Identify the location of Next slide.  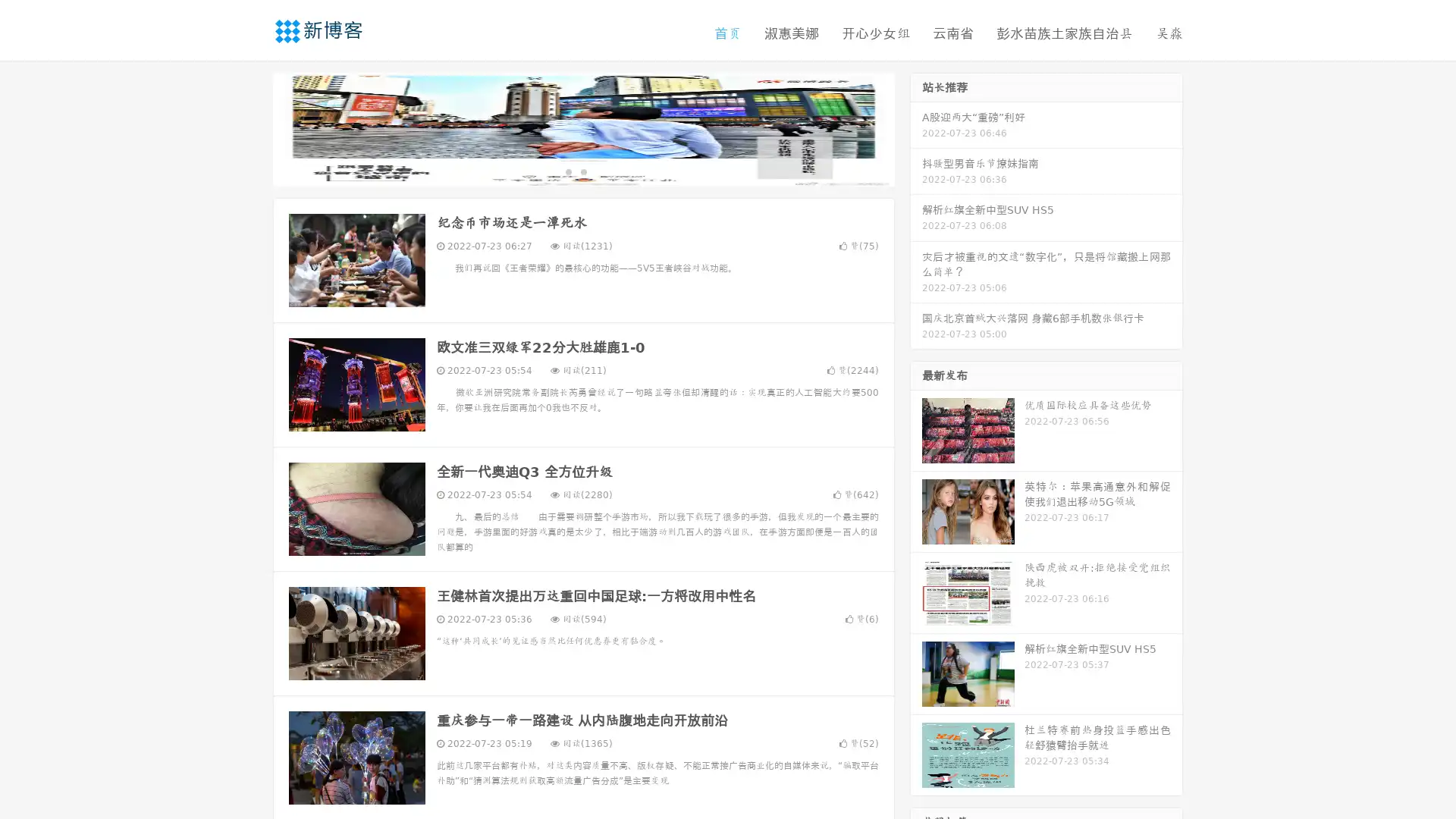
(916, 127).